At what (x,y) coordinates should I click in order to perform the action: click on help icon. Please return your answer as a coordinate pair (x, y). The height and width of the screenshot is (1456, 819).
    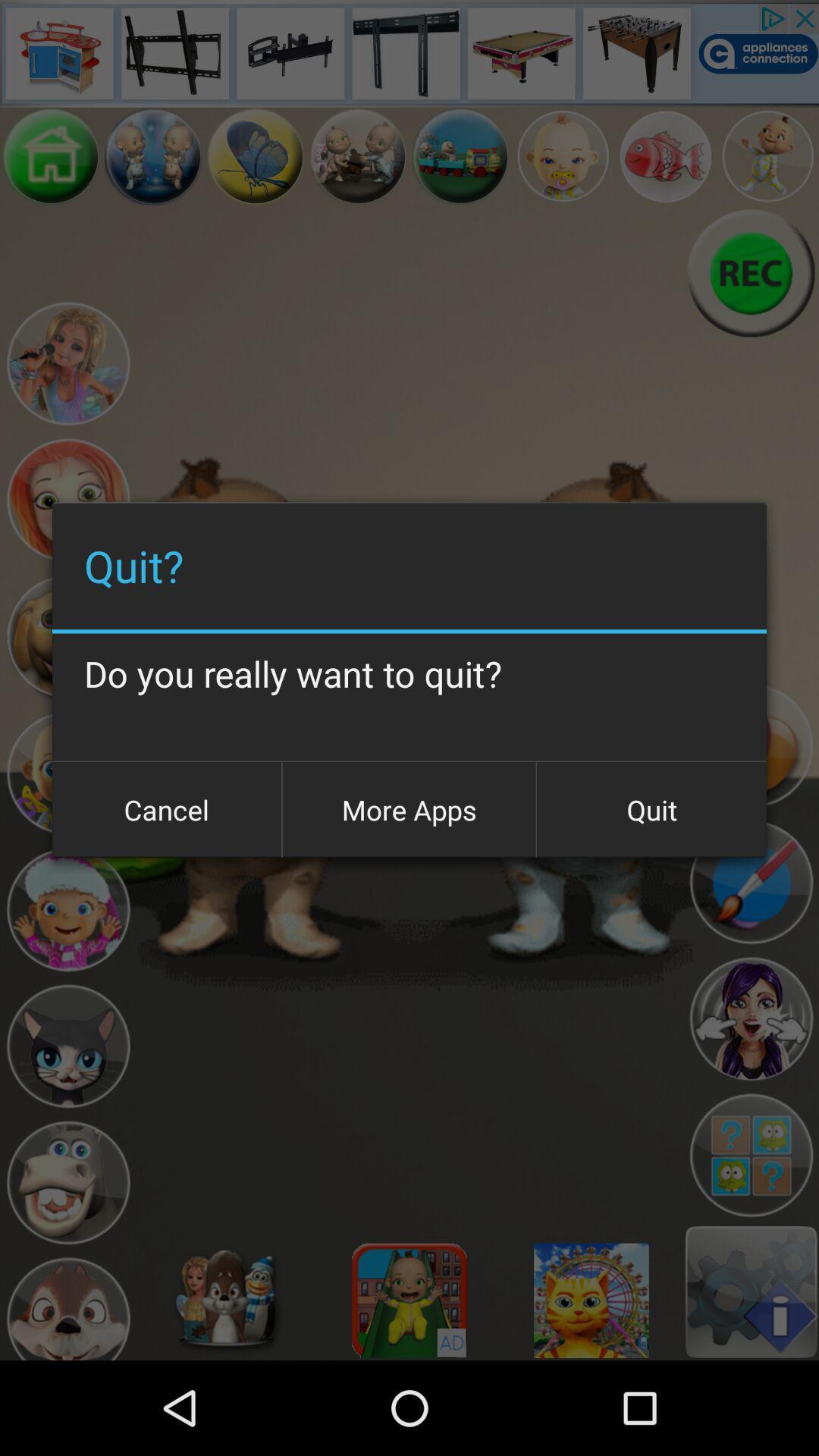
    Looking at the image, I should click on (751, 1154).